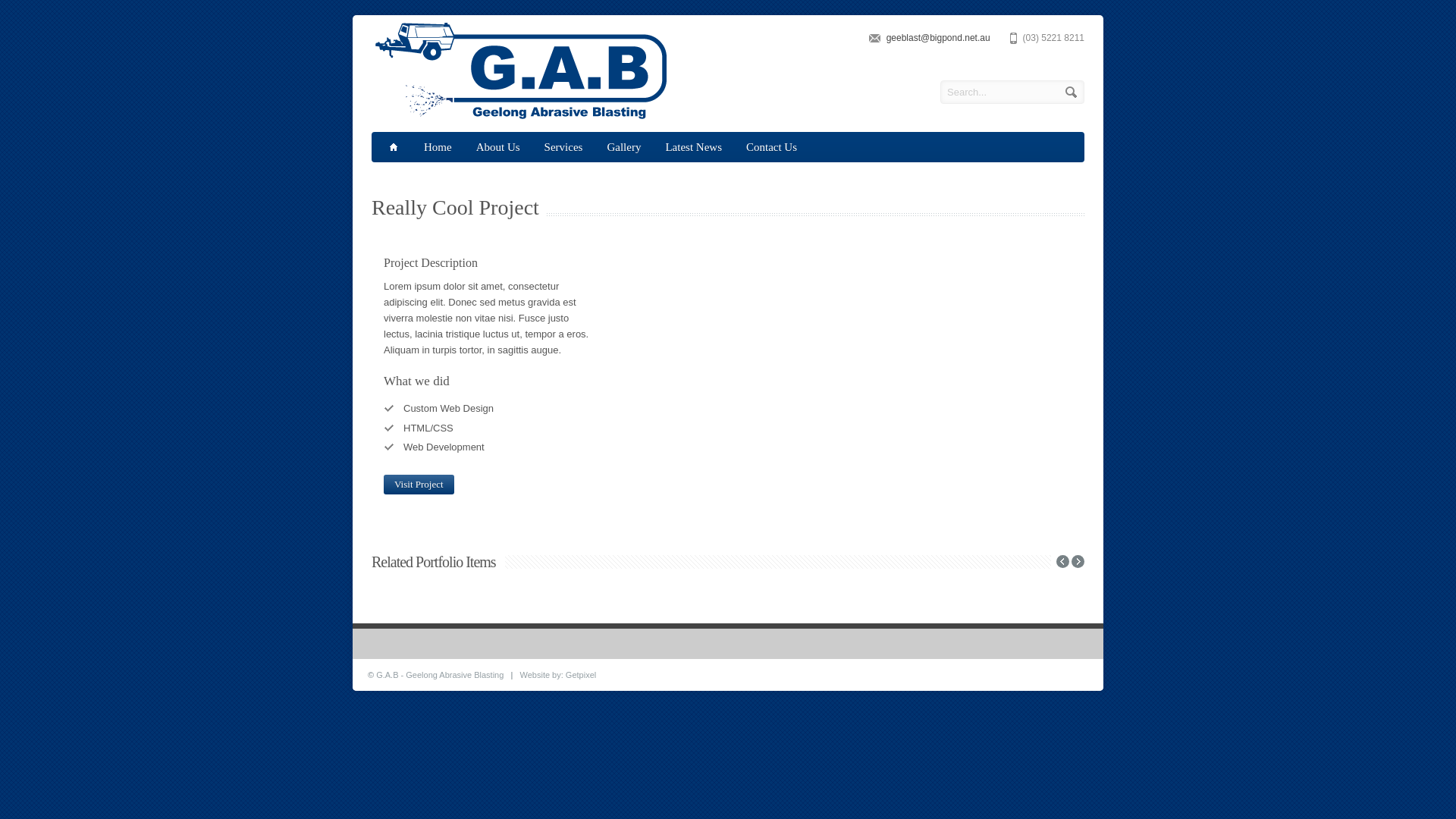  What do you see at coordinates (437, 146) in the screenshot?
I see `'Home'` at bounding box center [437, 146].